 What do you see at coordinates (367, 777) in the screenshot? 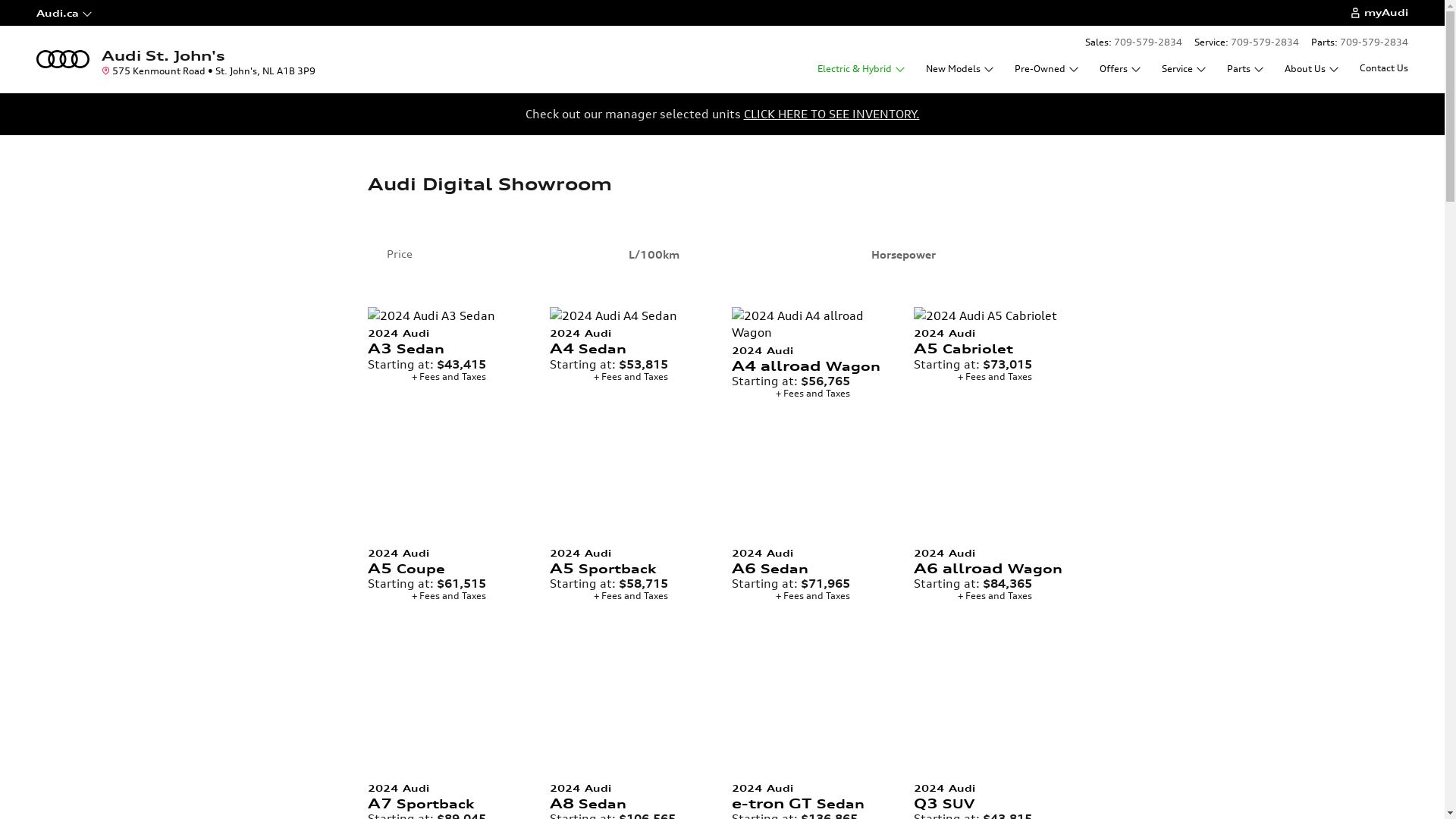
I see `'2024 Audi A7 Sportback '` at bounding box center [367, 777].